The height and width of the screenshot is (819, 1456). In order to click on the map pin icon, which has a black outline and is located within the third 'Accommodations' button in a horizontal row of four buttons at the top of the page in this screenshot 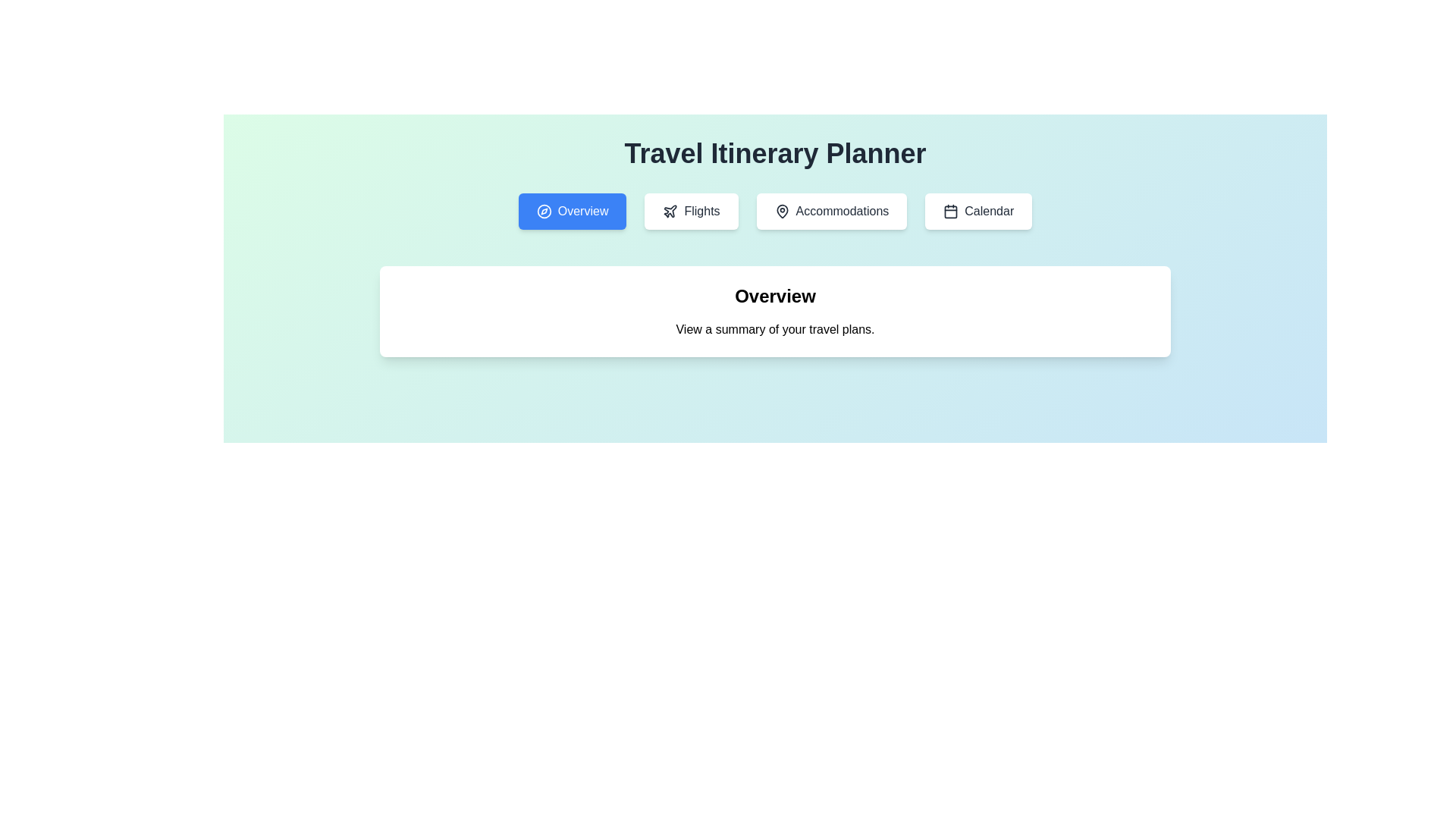, I will do `click(782, 211)`.